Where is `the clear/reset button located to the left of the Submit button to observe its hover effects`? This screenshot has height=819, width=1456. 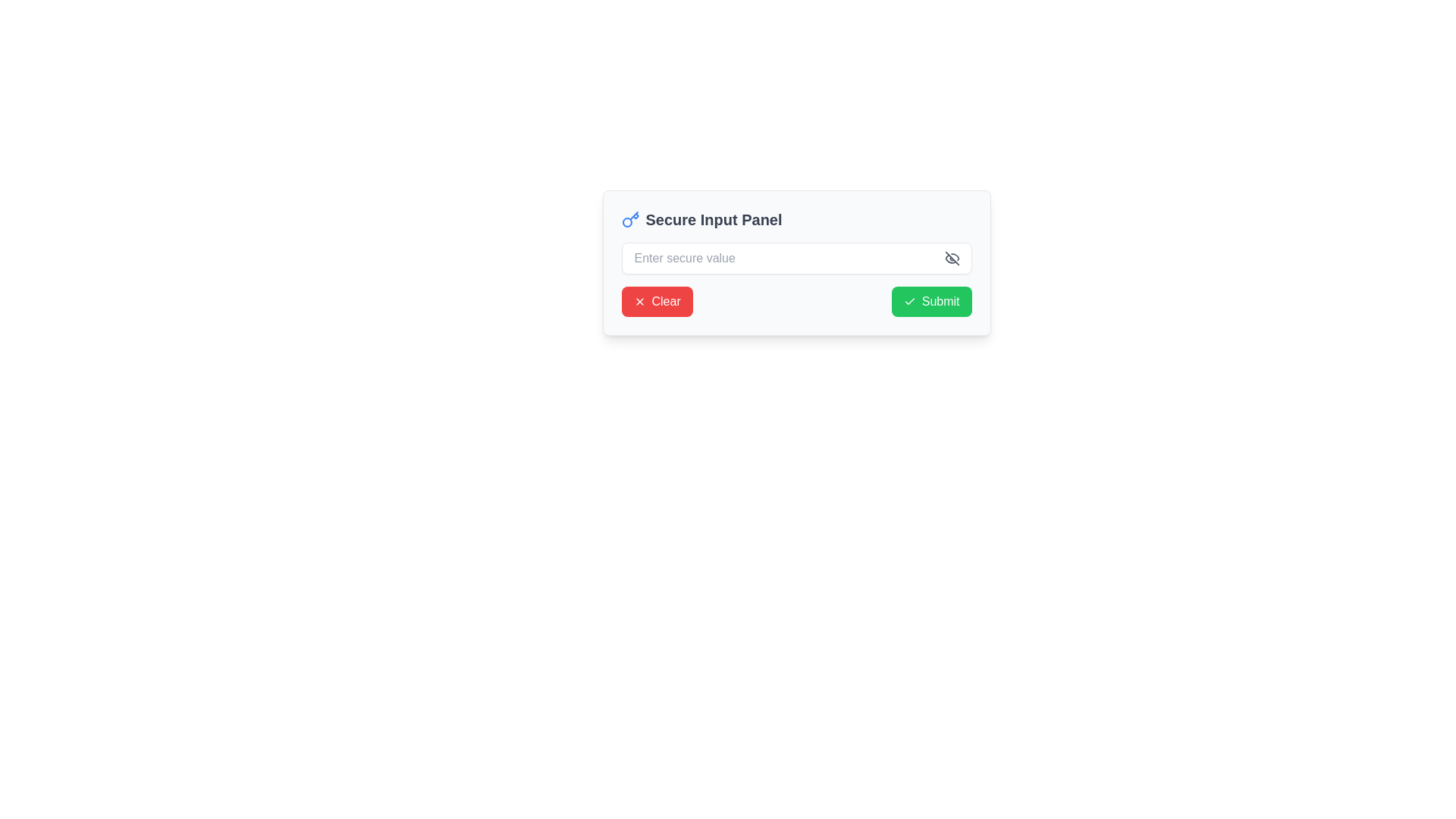 the clear/reset button located to the left of the Submit button to observe its hover effects is located at coordinates (657, 301).